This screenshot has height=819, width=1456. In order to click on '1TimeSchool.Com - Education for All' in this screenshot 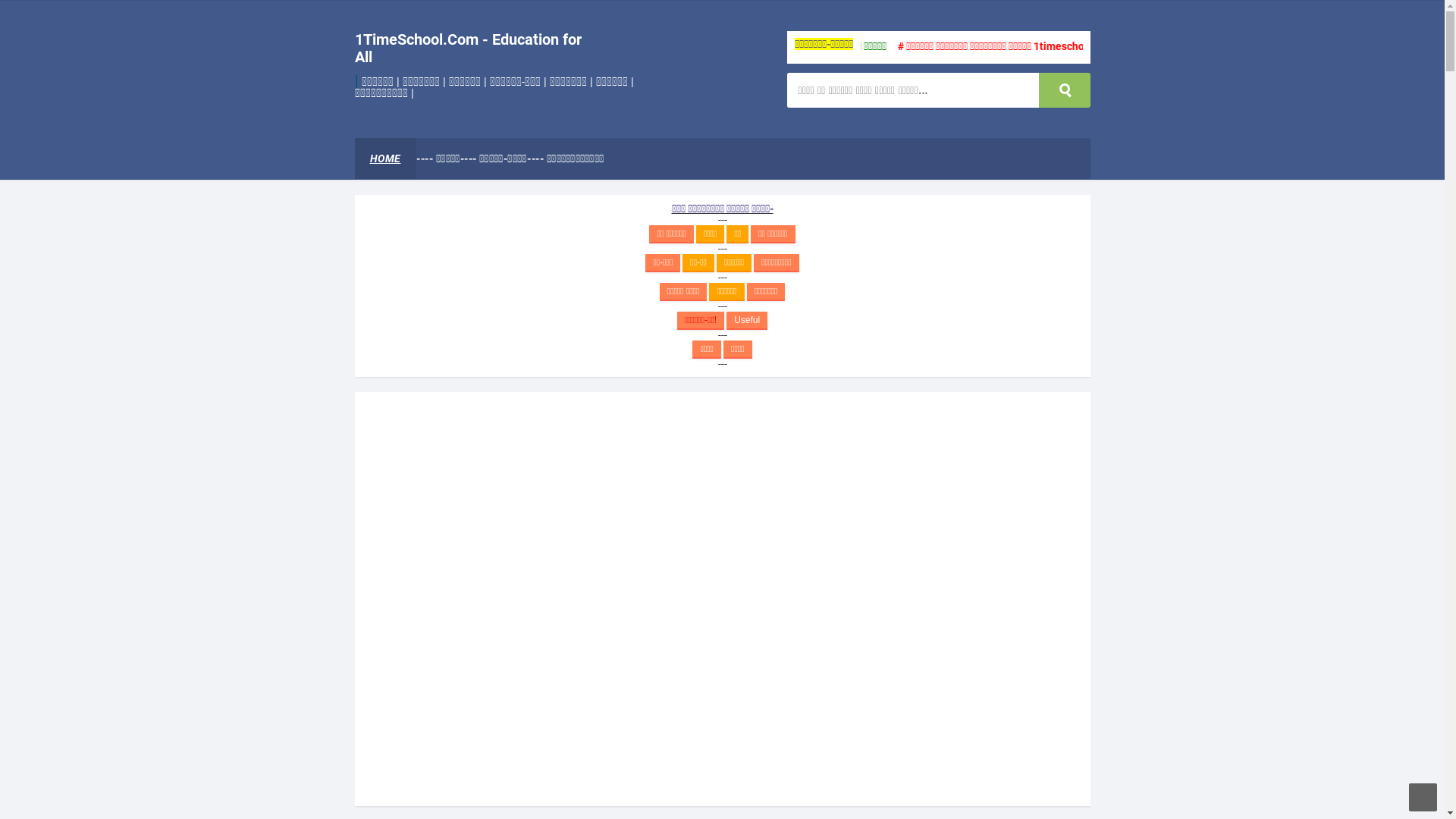, I will do `click(467, 48)`.